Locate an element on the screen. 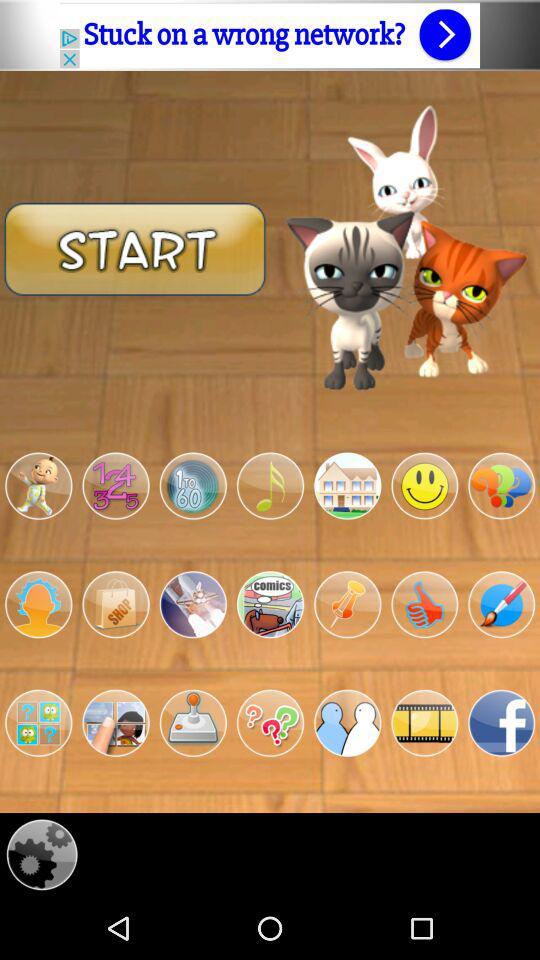 The width and height of the screenshot is (540, 960). application is located at coordinates (346, 722).